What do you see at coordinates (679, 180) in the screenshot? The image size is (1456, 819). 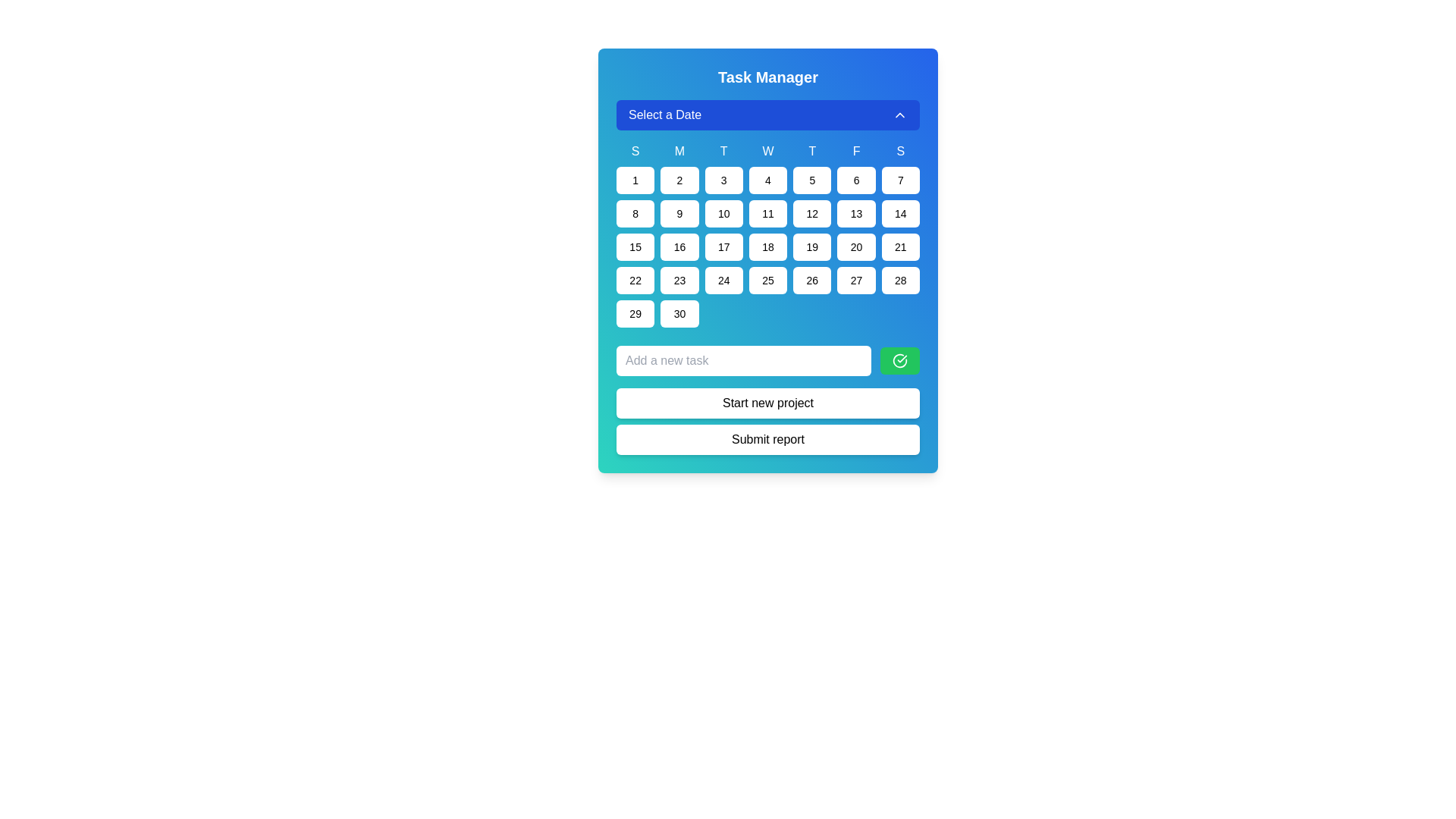 I see `the button labeled '2' in the calendar interface` at bounding box center [679, 180].